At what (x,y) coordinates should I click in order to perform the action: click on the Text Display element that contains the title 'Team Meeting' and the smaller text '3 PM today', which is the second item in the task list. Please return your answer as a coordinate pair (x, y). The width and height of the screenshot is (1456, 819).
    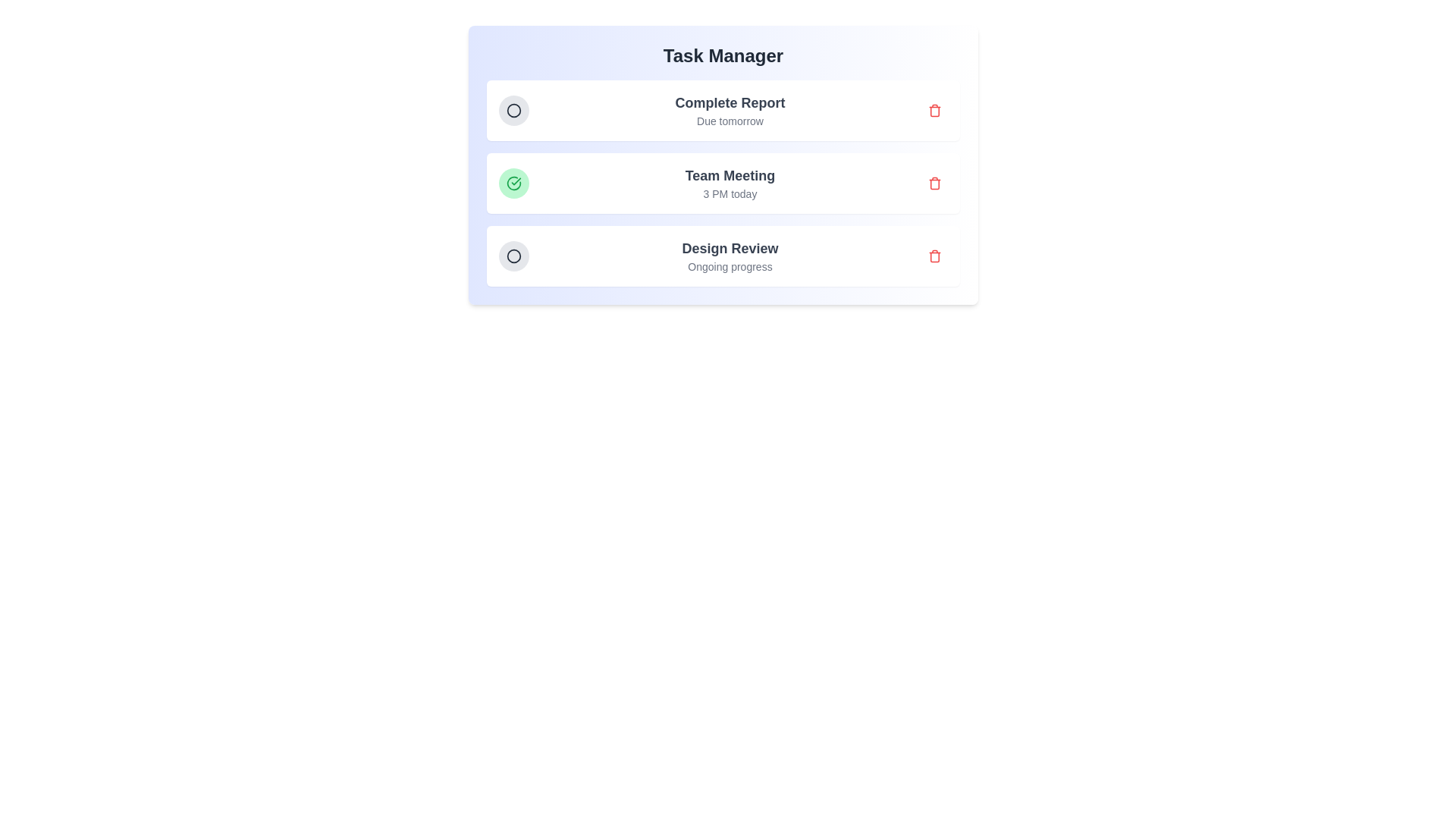
    Looking at the image, I should click on (730, 183).